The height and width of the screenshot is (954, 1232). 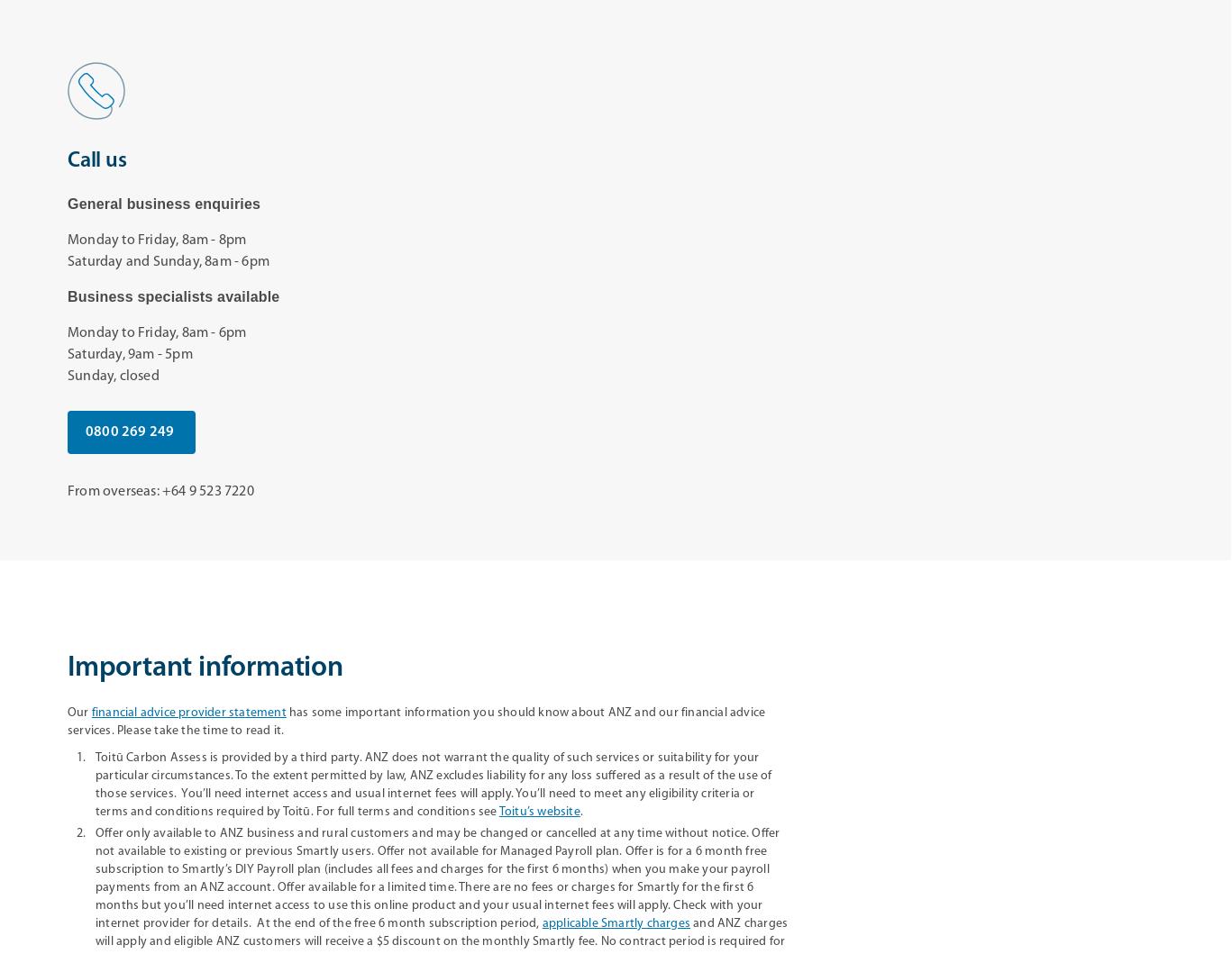 I want to click on 'Saturday and Sunday, 8am - 6pm', so click(x=168, y=260).